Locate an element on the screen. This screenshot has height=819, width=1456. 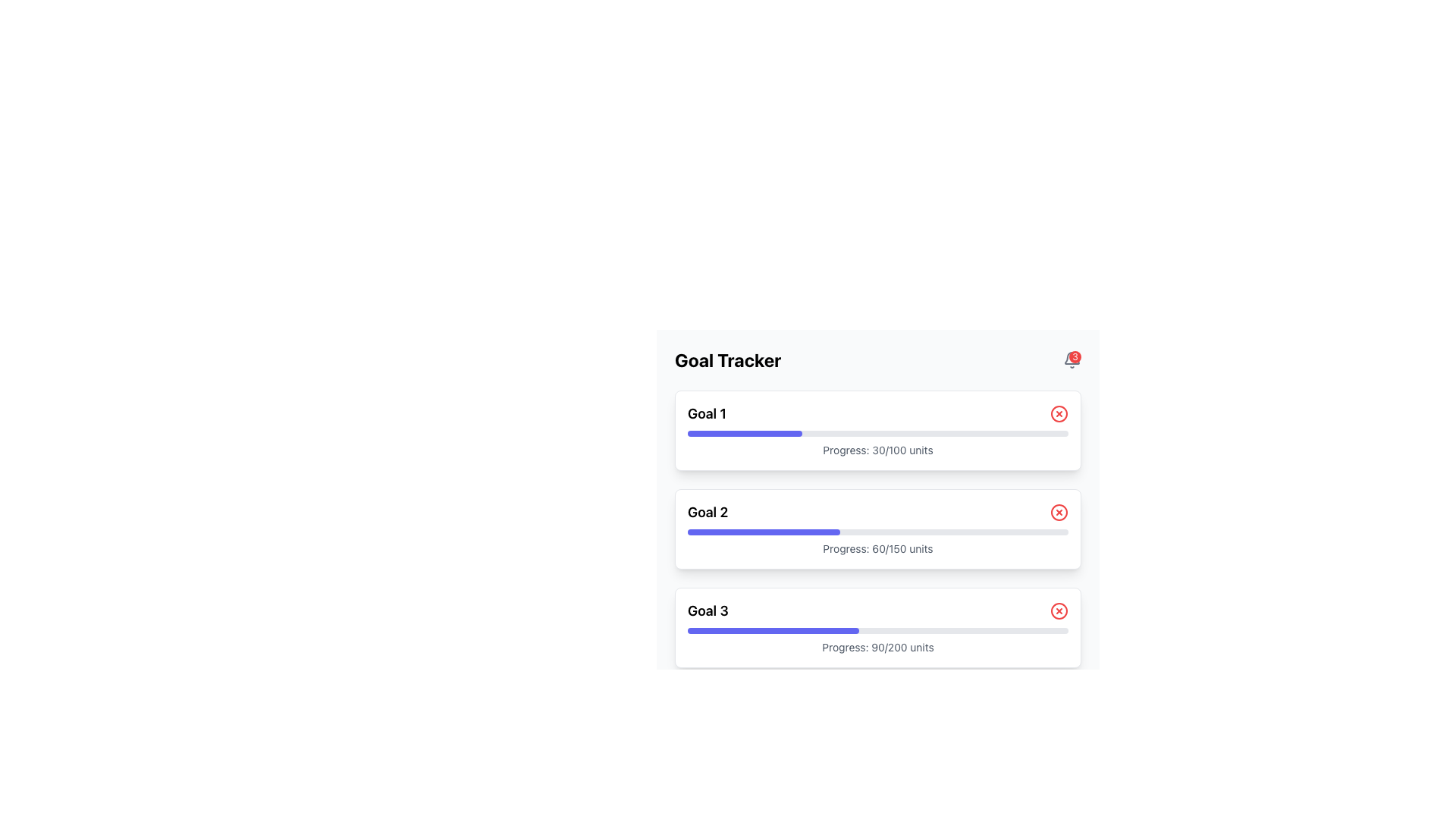
the text label displaying 'Progress: 60/150 units' located below the progress bar for 'Goal 2' is located at coordinates (877, 549).